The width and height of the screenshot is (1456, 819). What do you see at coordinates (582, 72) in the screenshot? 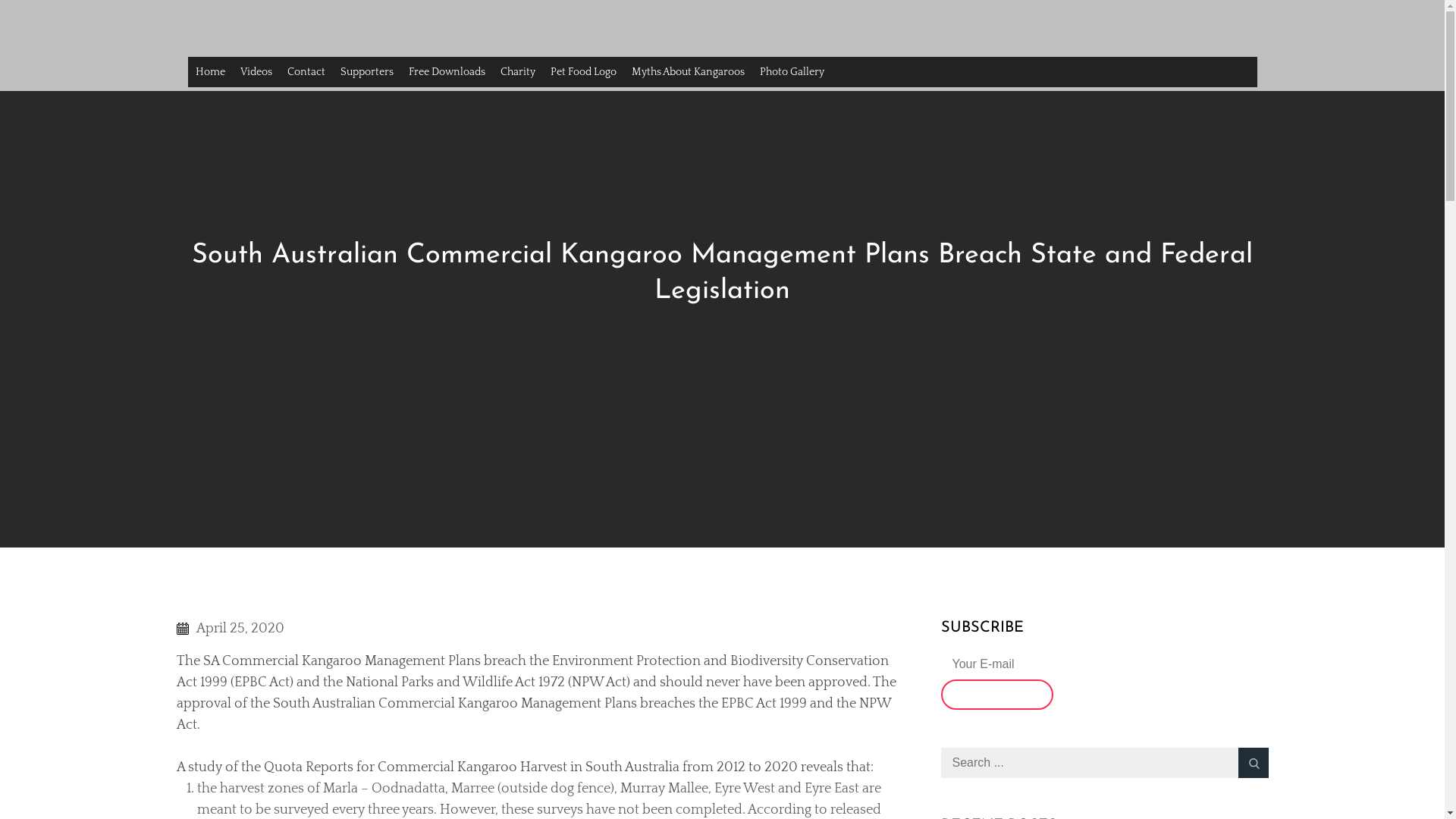
I see `'Pet Food Logo'` at bounding box center [582, 72].